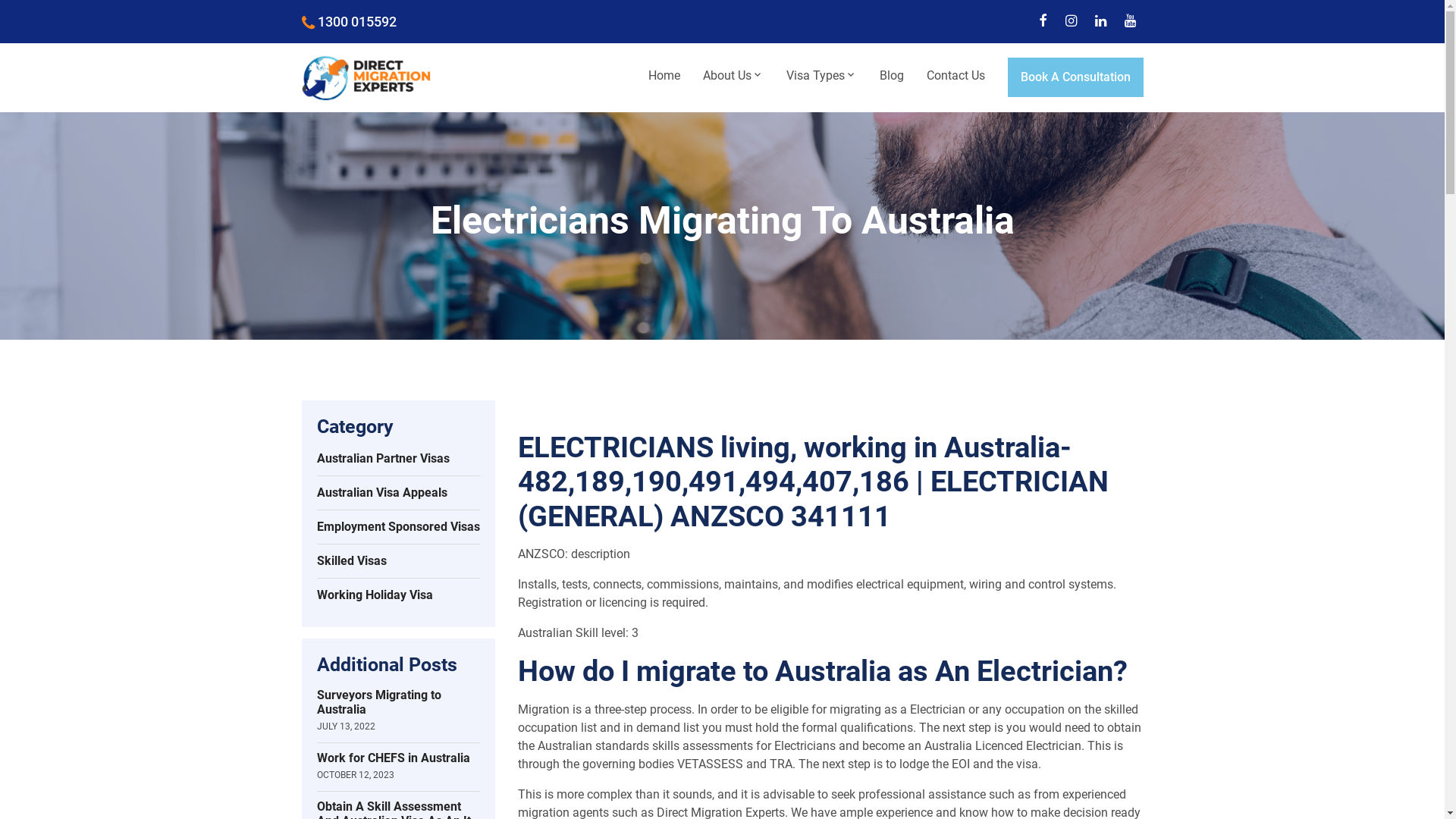  Describe the element at coordinates (398, 766) in the screenshot. I see `'Work for CHEFS in Australia` at that location.